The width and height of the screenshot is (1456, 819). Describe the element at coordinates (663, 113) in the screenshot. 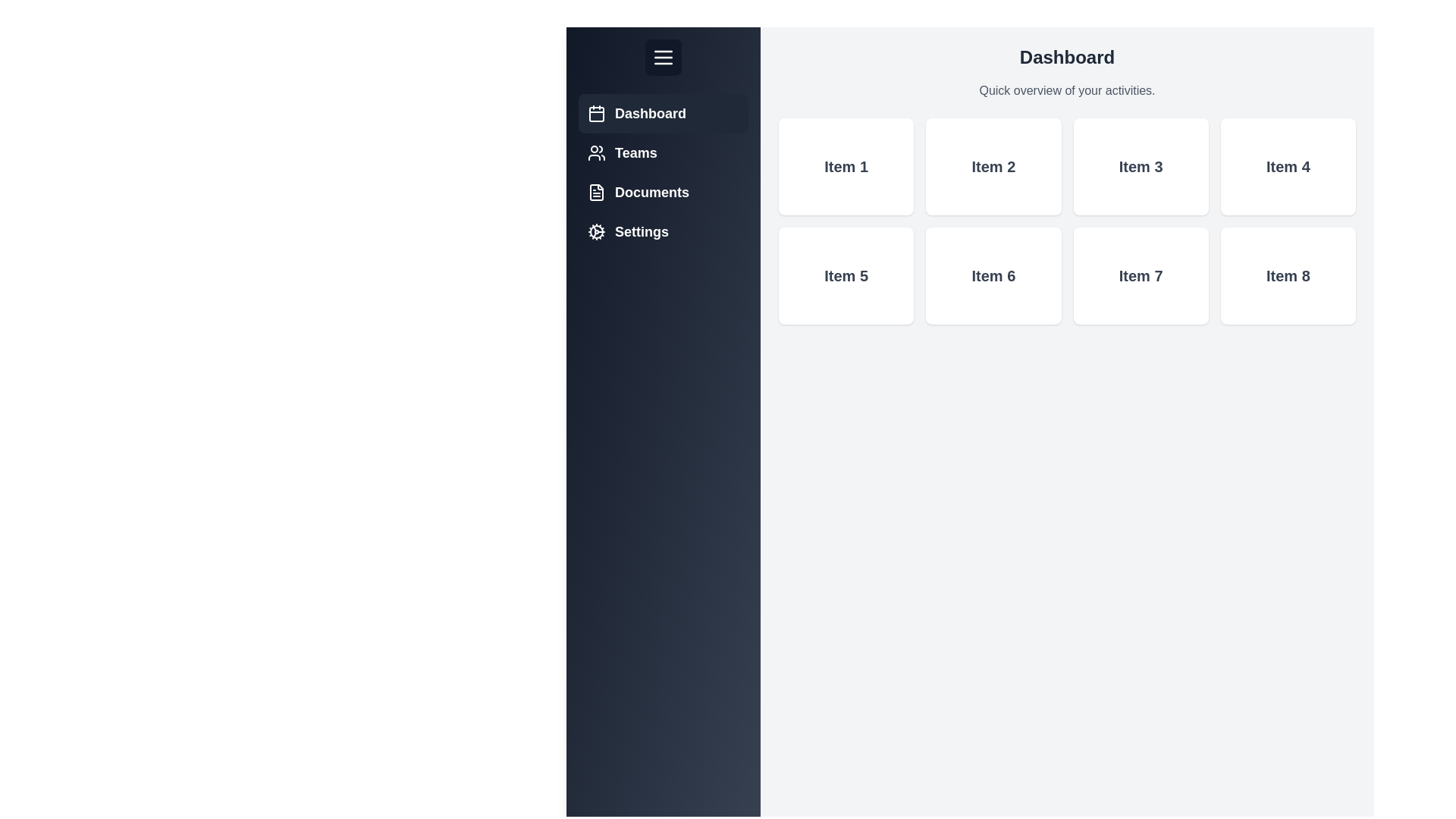

I see `the Dashboard tab from the sidebar menu` at that location.